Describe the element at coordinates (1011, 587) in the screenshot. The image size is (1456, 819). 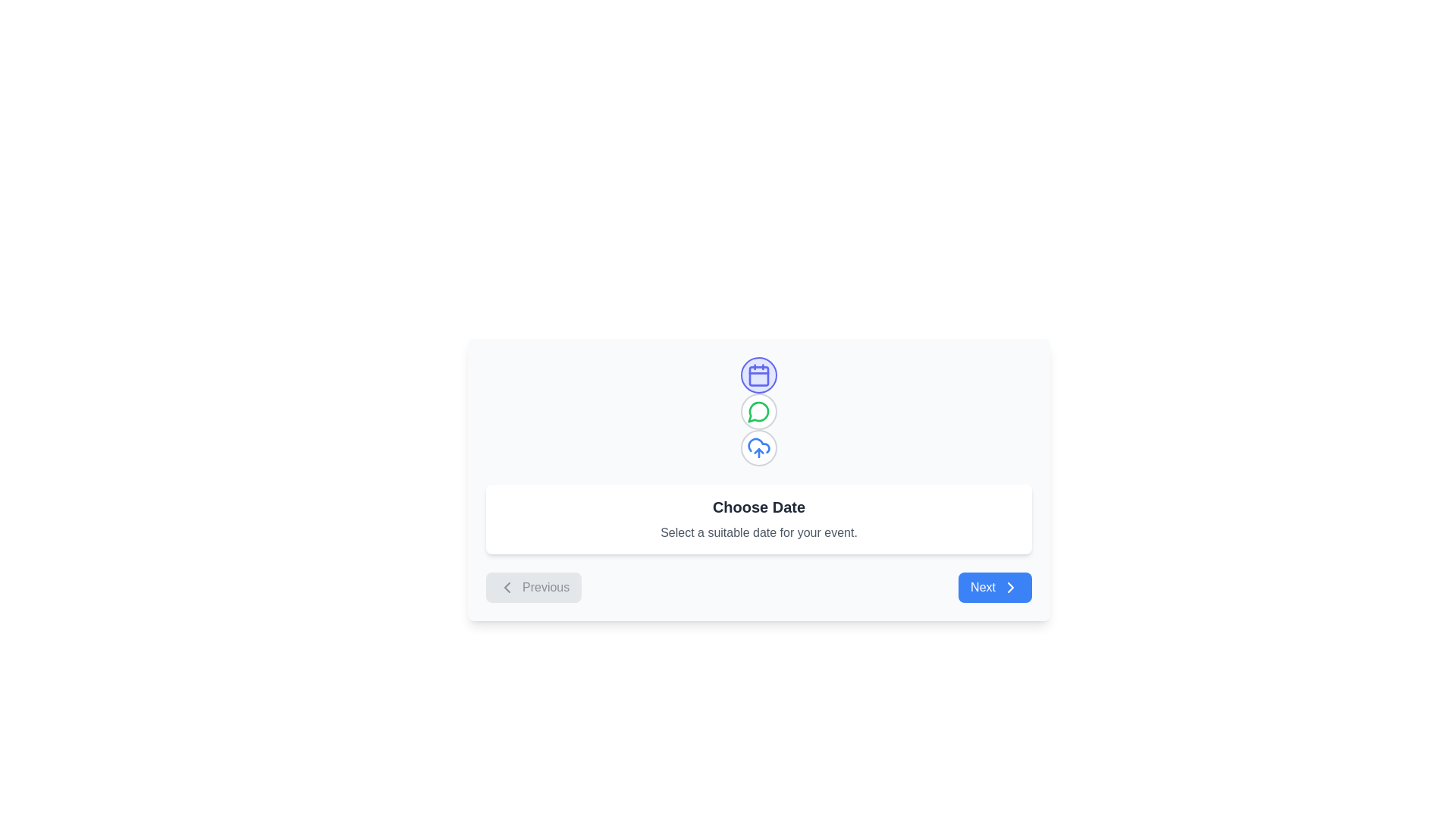
I see `the chevron arrow icon located at the center-right of the blue button labeled 'Next'` at that location.